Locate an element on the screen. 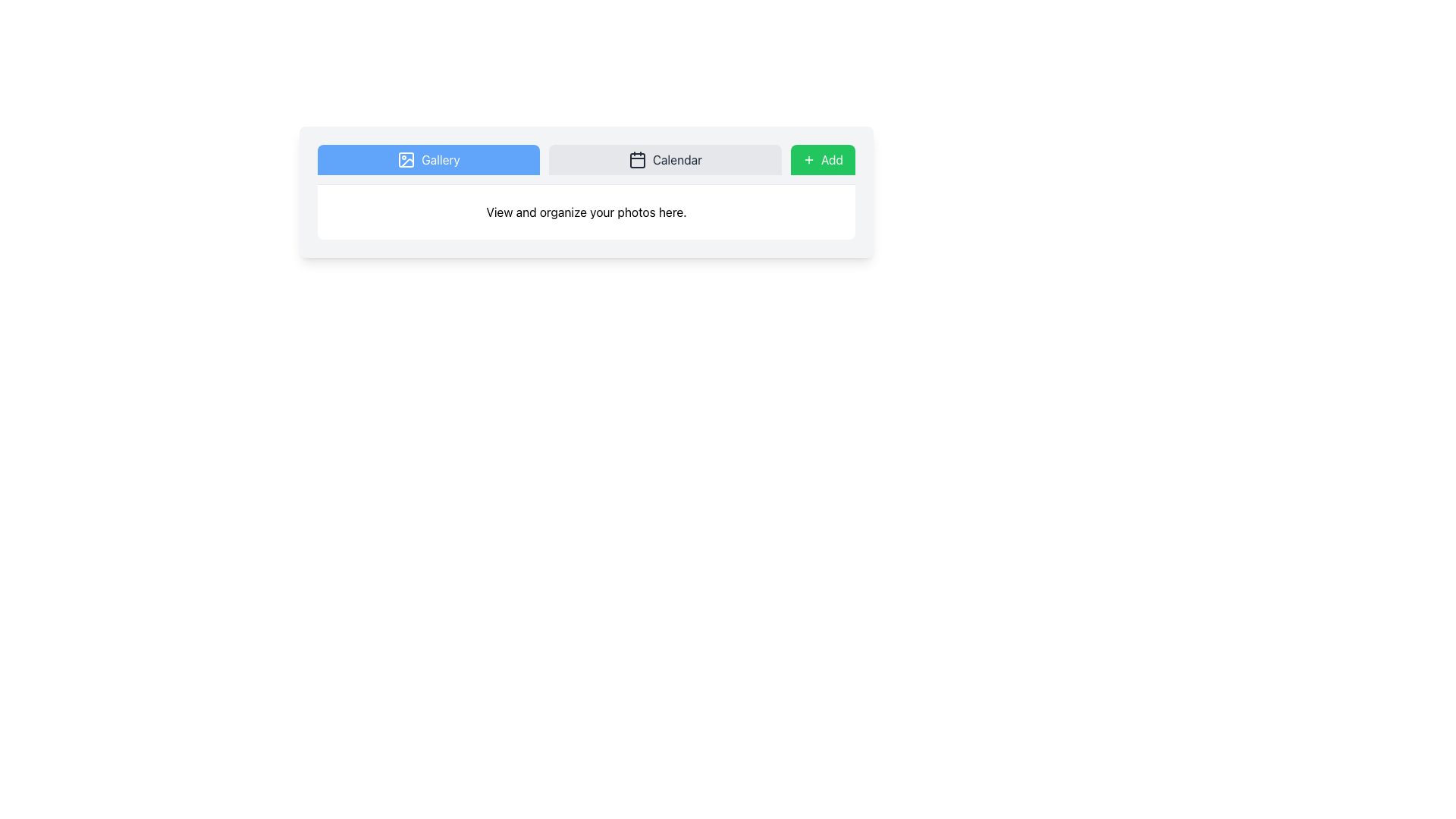 This screenshot has width=1456, height=819. the calendar icon located within the button labeled 'Calendar', which is the second button from the left is located at coordinates (637, 160).